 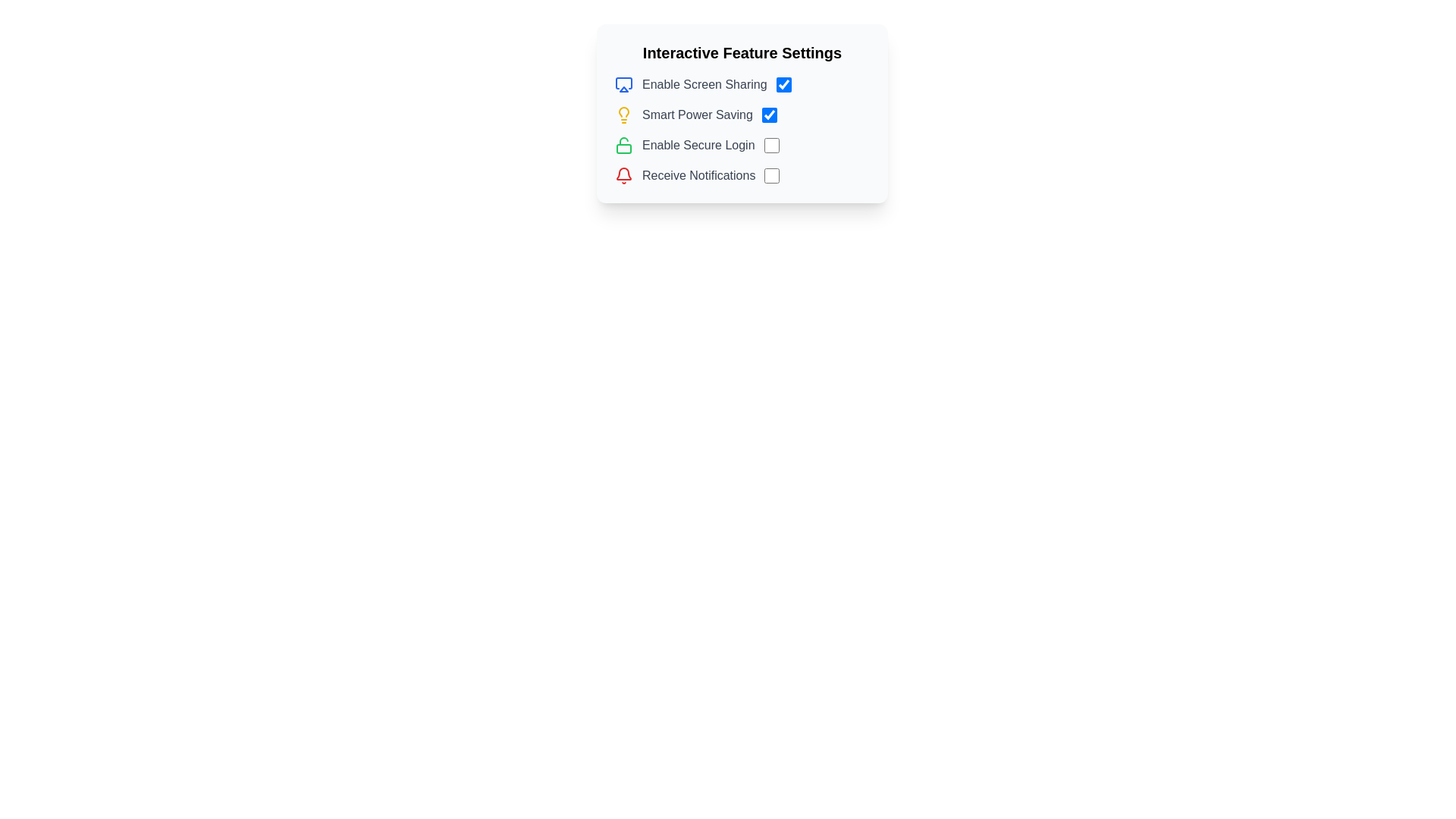 What do you see at coordinates (623, 146) in the screenshot?
I see `the green outlined lock icon that represents an unlocked lock, located to the left of the 'Enable Secure Login' text in the interactive feature settings section` at bounding box center [623, 146].